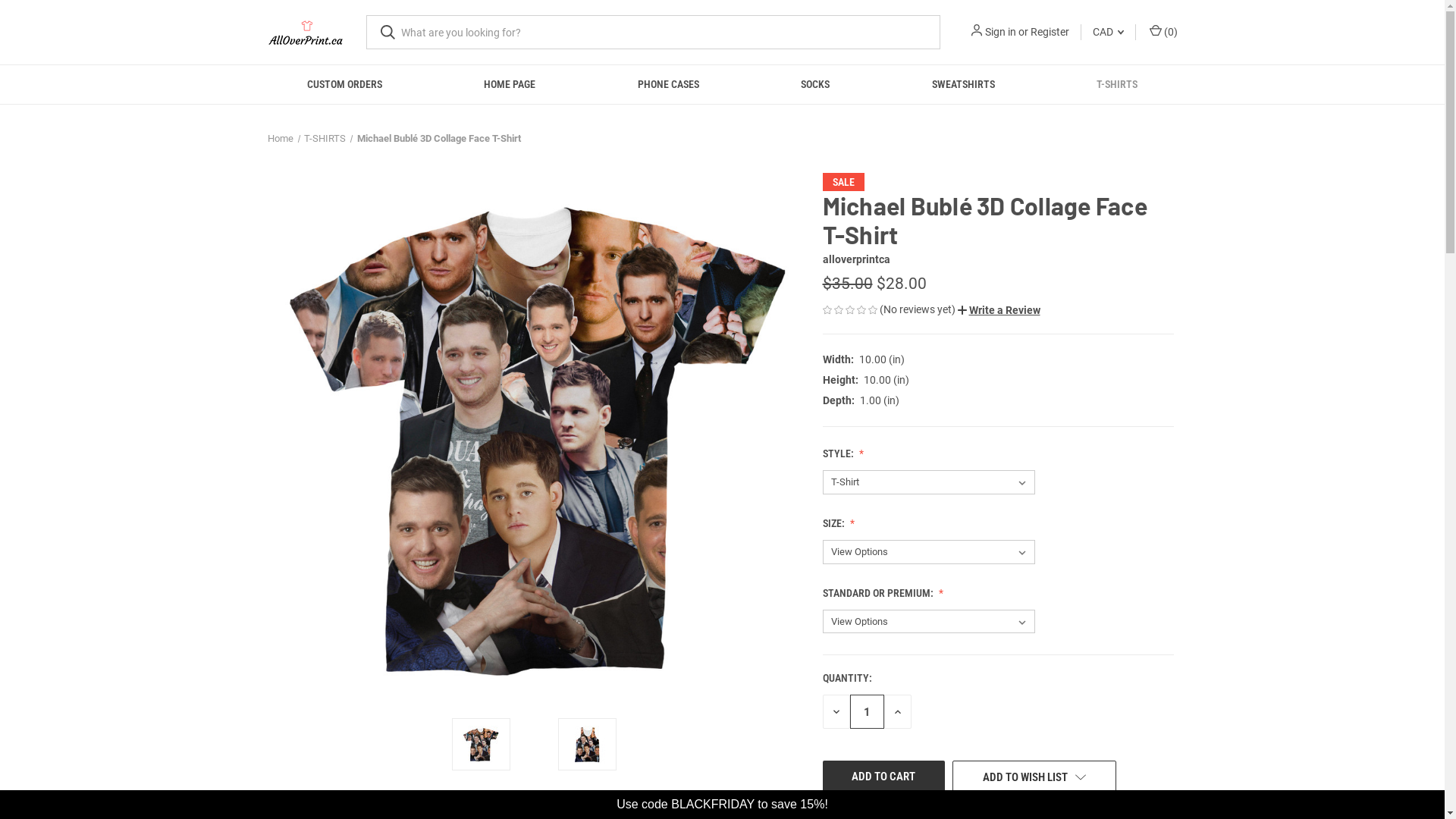  Describe the element at coordinates (510, 84) in the screenshot. I see `'HOME PAGE'` at that location.